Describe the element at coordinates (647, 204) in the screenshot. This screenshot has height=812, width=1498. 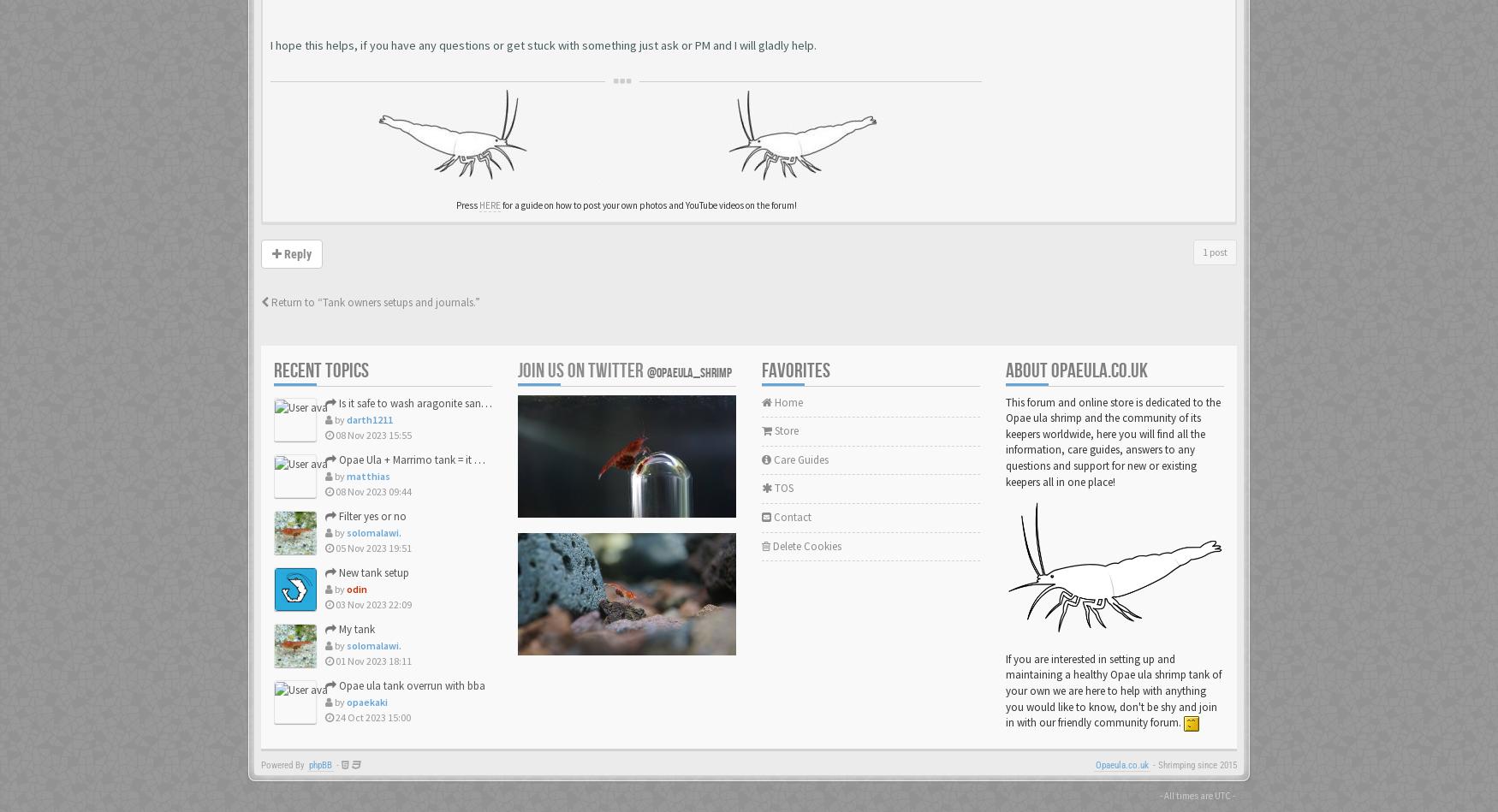
I see `'for a guide on how to post your own photos and YouTube videos on the forum!'` at that location.